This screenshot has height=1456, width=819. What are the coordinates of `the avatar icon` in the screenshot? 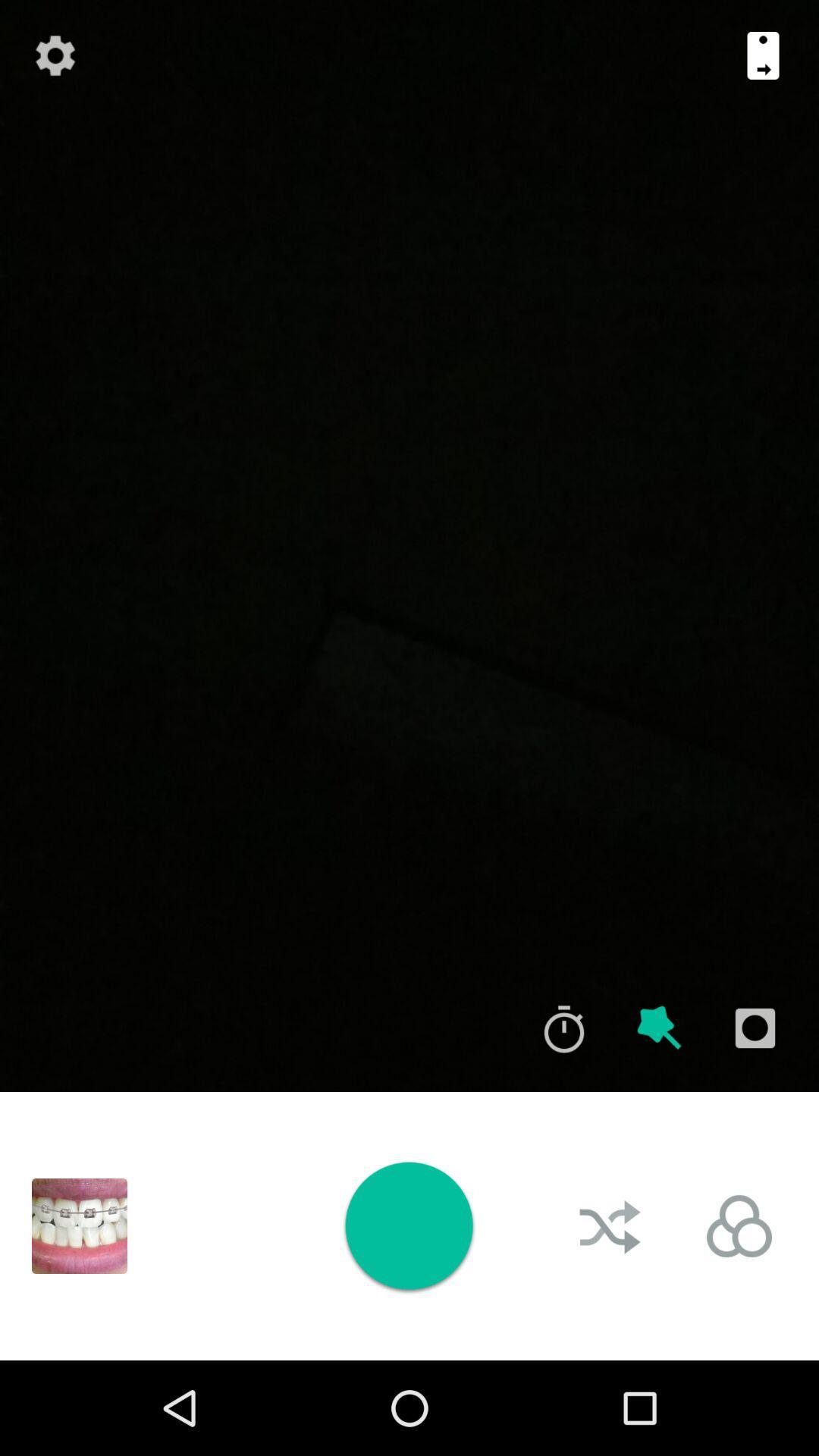 It's located at (739, 1311).